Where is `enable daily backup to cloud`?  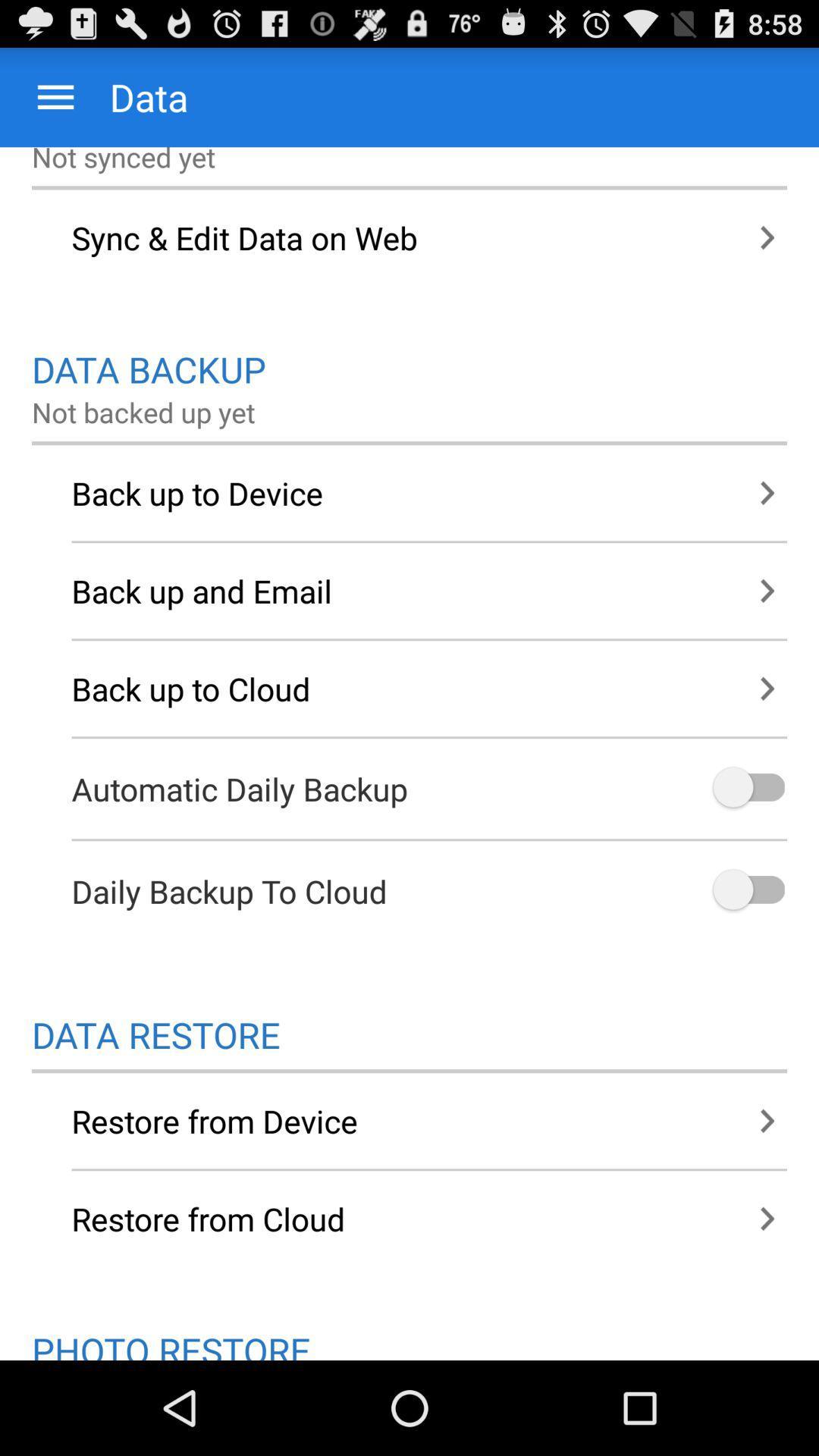
enable daily backup to cloud is located at coordinates (746, 891).